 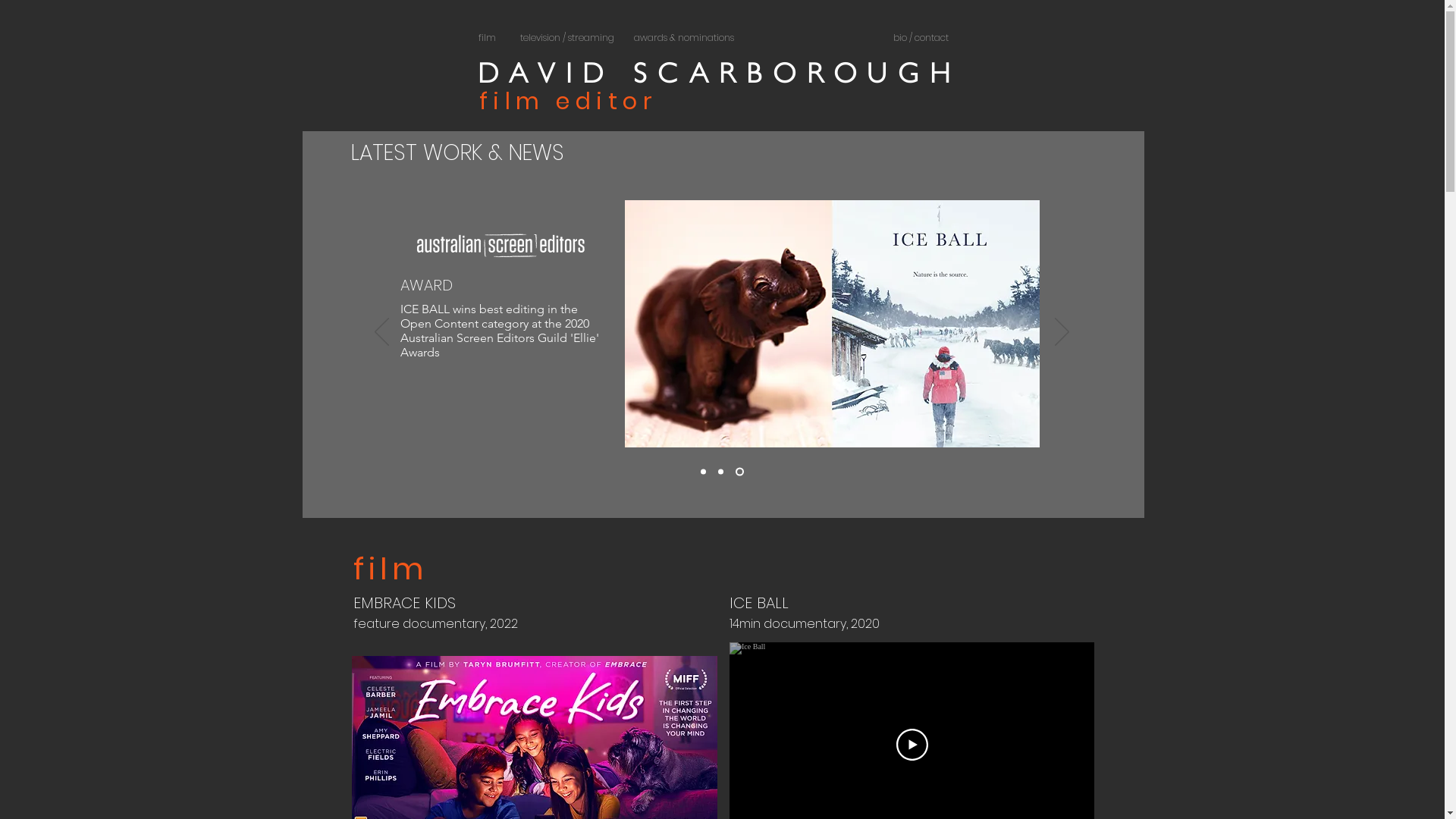 I want to click on 'bio / contact', so click(x=920, y=37).